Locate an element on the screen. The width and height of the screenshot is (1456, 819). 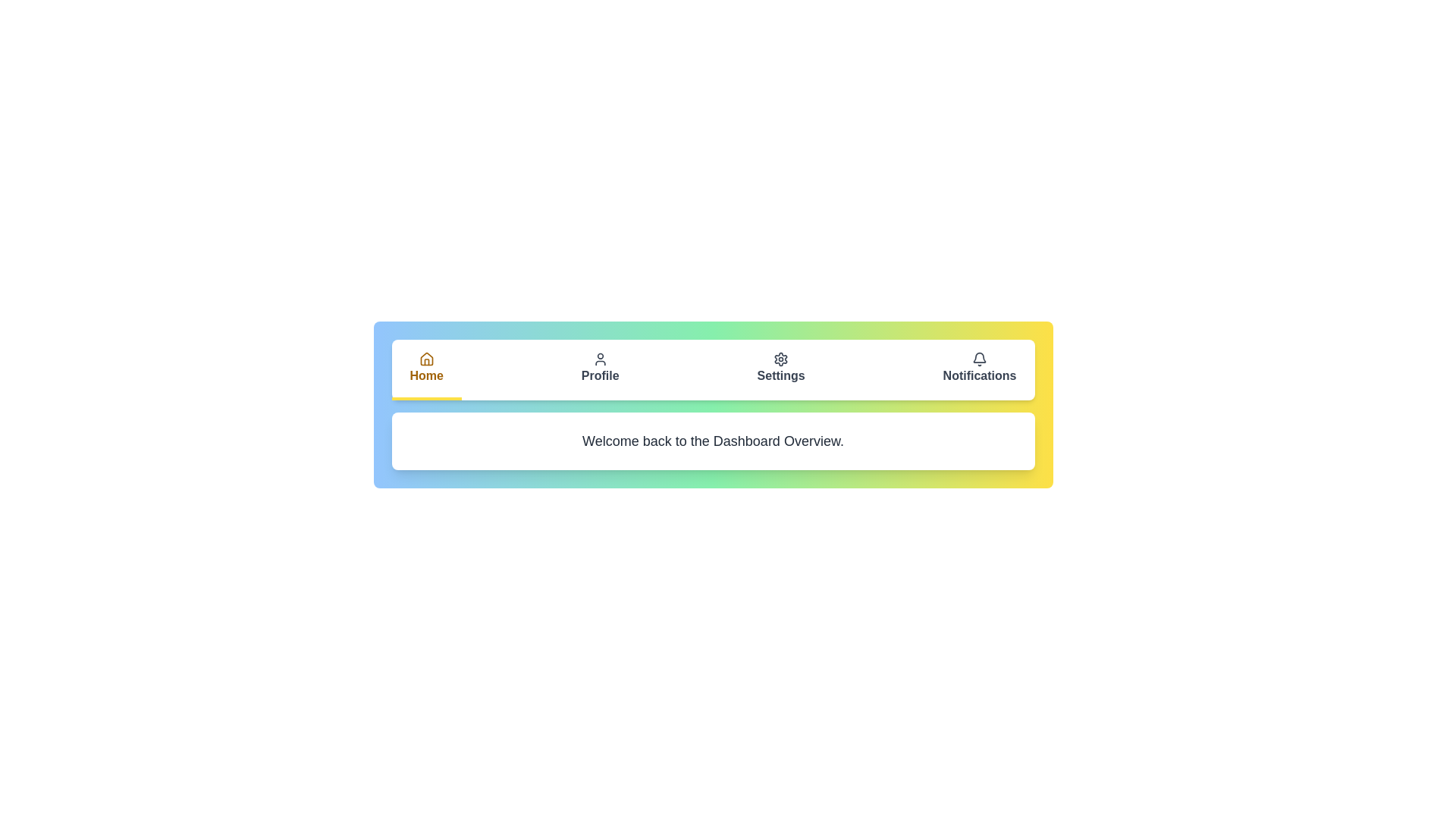
the navigational button labeled 'Home' with a stylized home icon to indicate interactivity by changing its color is located at coordinates (425, 370).